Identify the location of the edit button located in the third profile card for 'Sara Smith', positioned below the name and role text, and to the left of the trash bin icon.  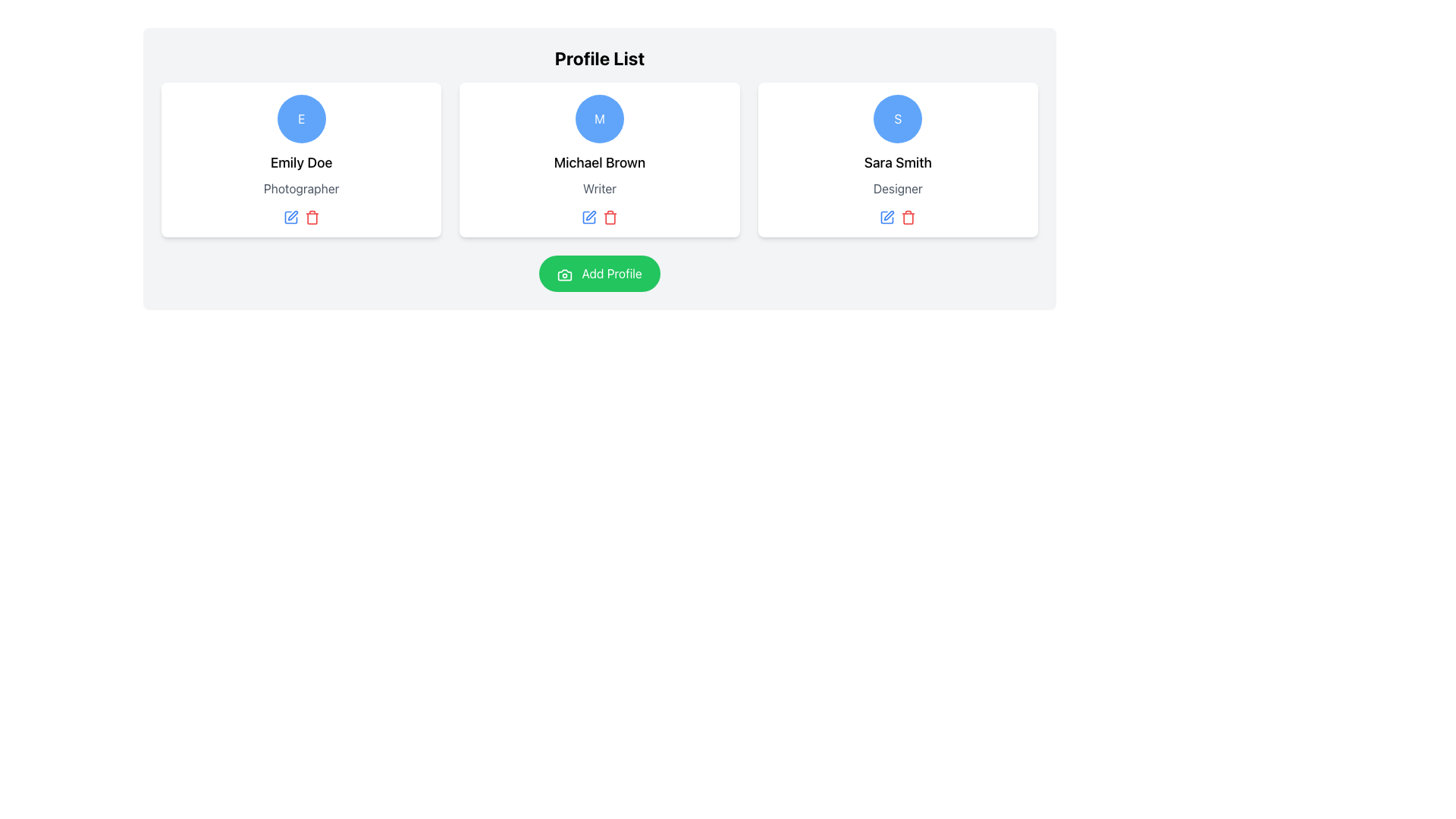
(889, 215).